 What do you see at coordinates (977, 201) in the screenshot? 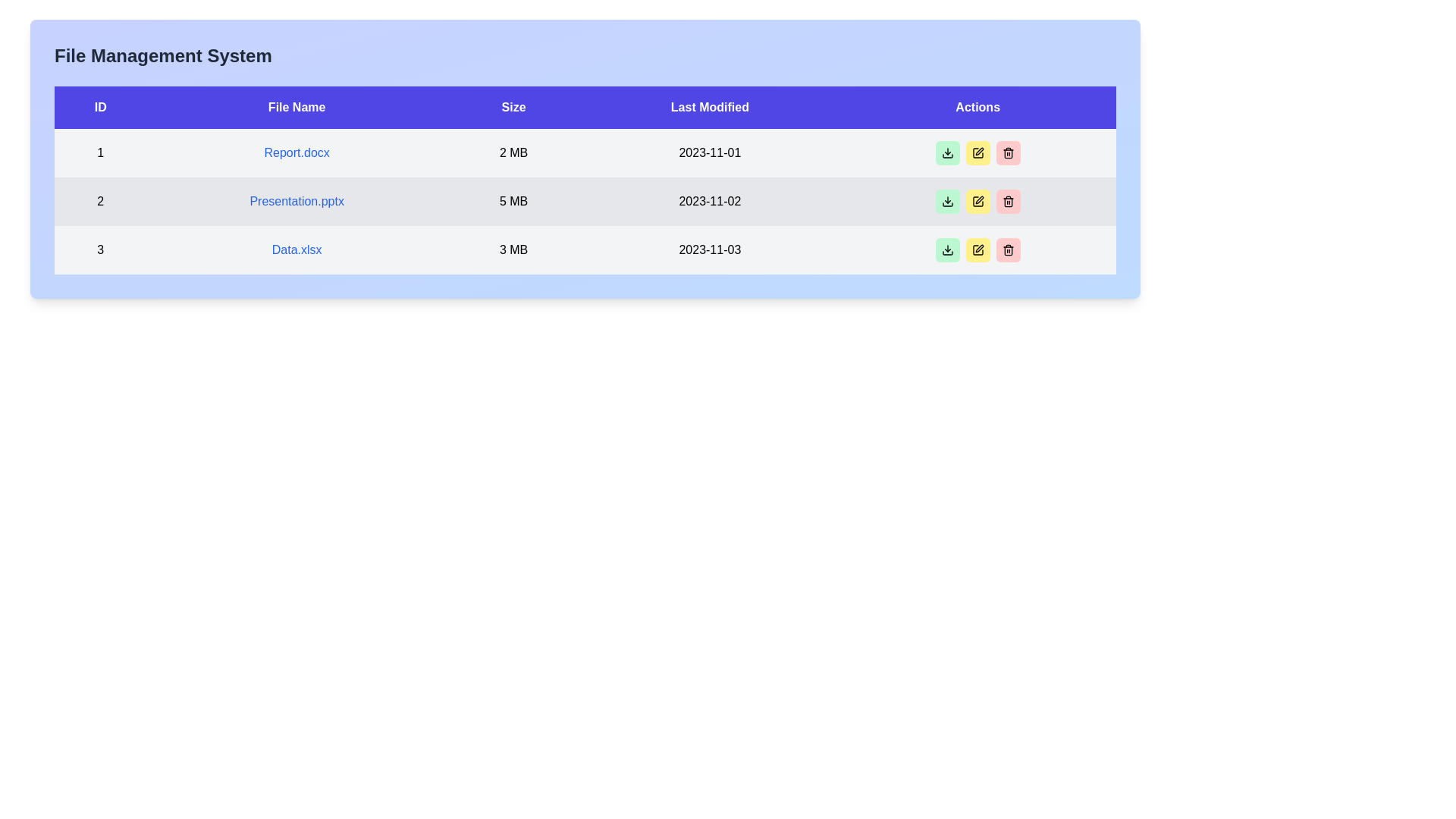
I see `the edit button located in the 'Actions' column of the second row in the table, which is positioned between the green download button and the red delete button` at bounding box center [977, 201].